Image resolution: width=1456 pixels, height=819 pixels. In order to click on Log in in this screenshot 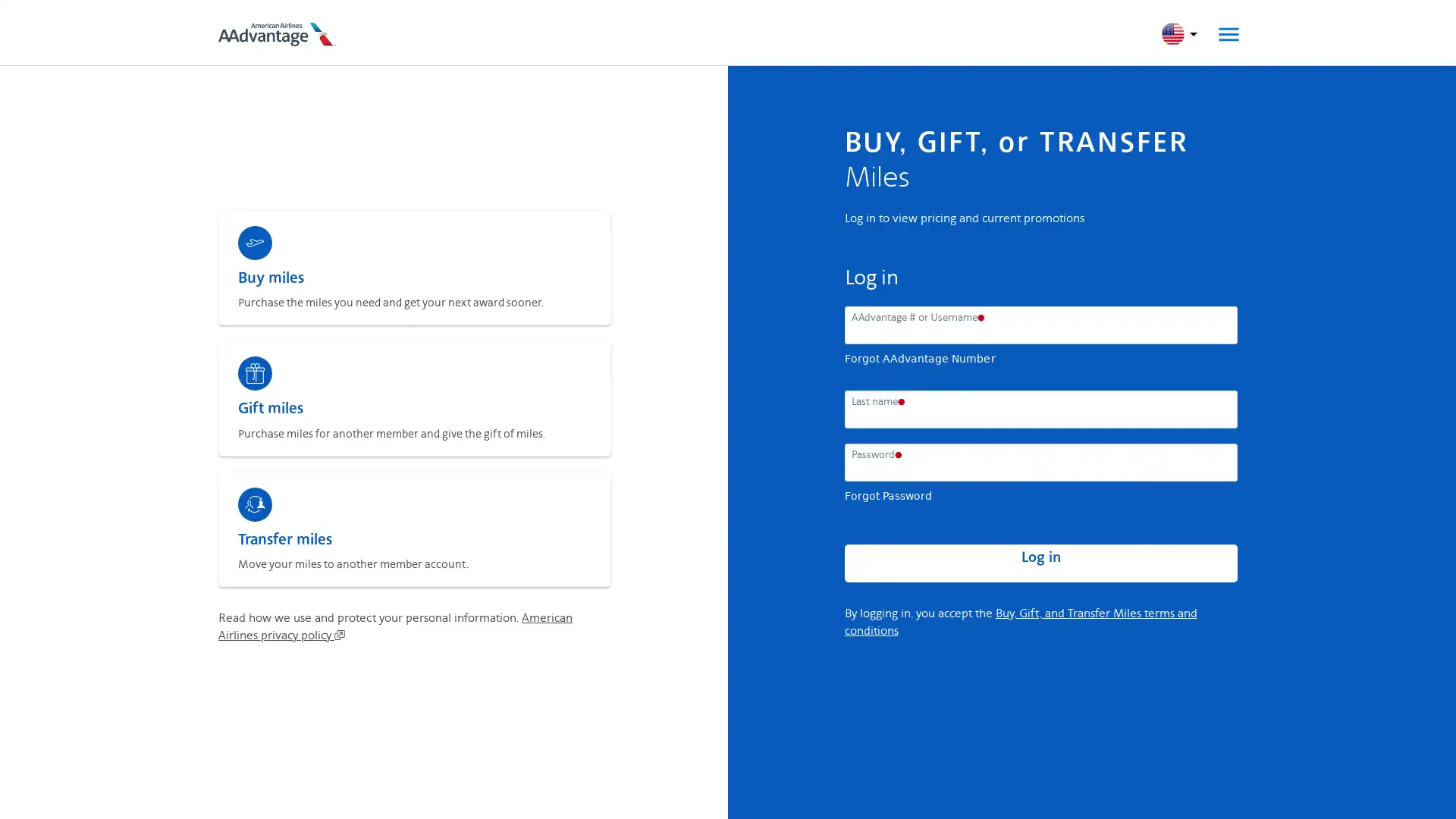, I will do `click(1040, 563)`.